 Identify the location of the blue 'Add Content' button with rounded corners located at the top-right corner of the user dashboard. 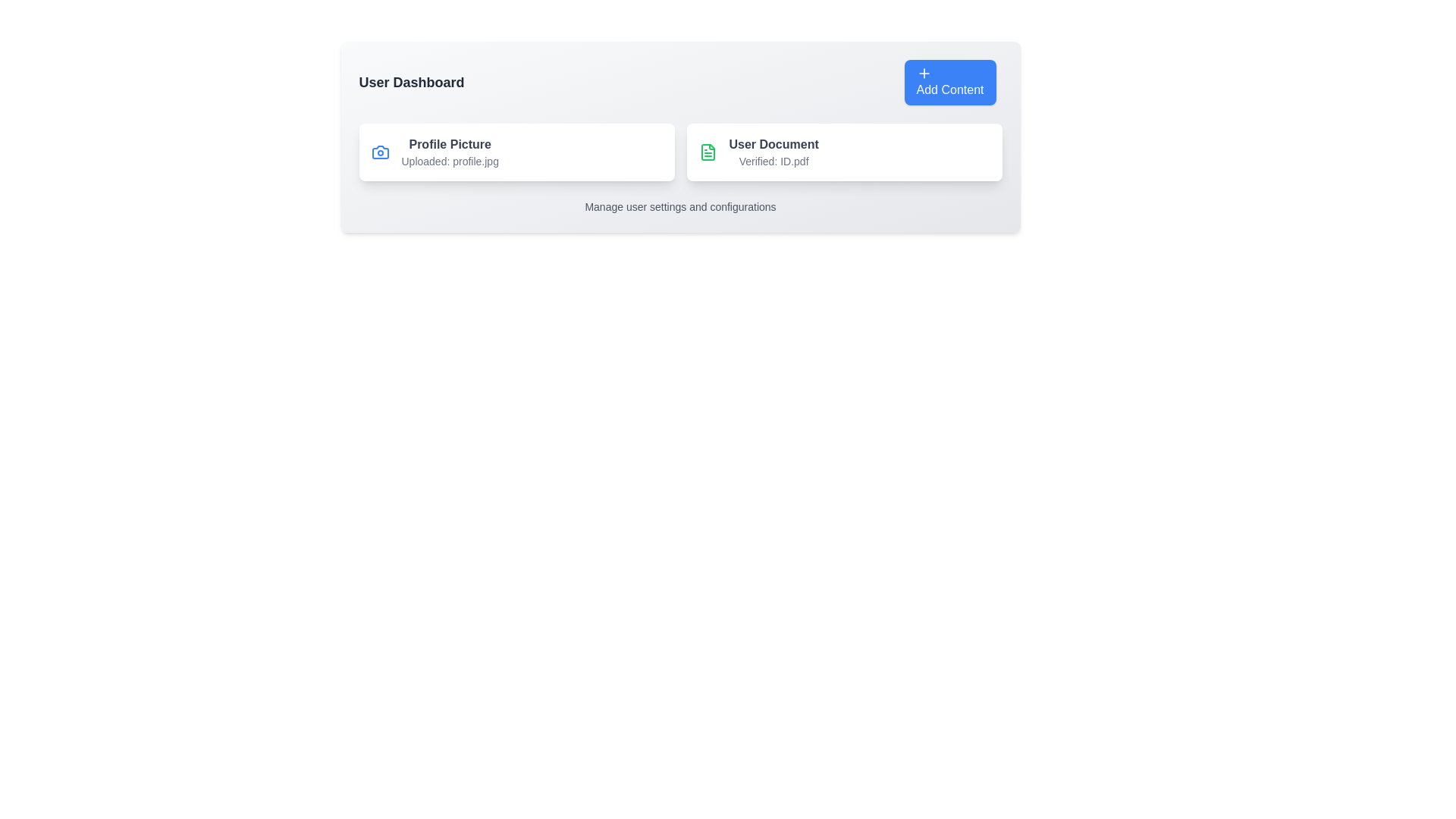
(949, 82).